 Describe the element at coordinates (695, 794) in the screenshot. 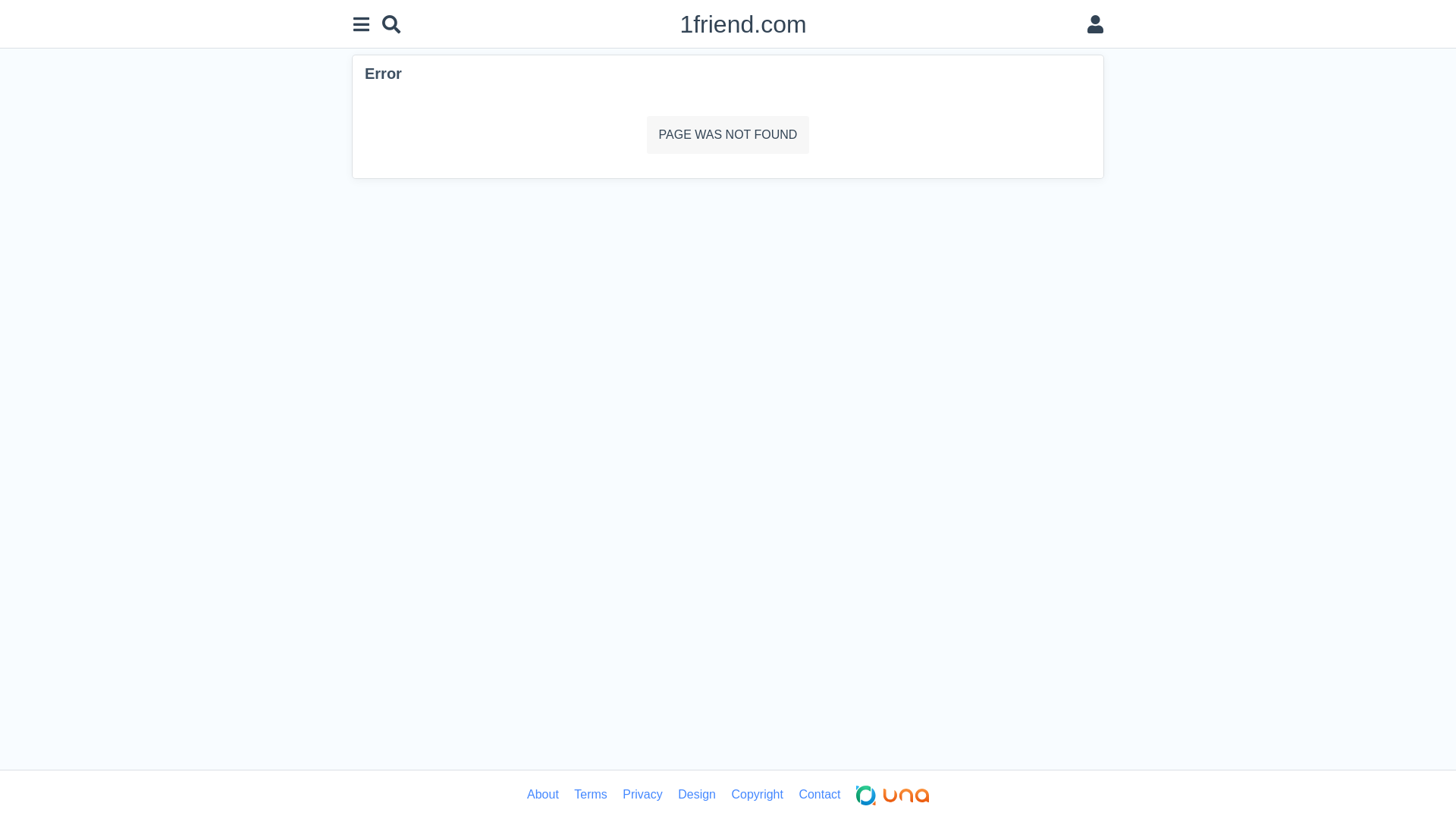

I see `'Design'` at that location.